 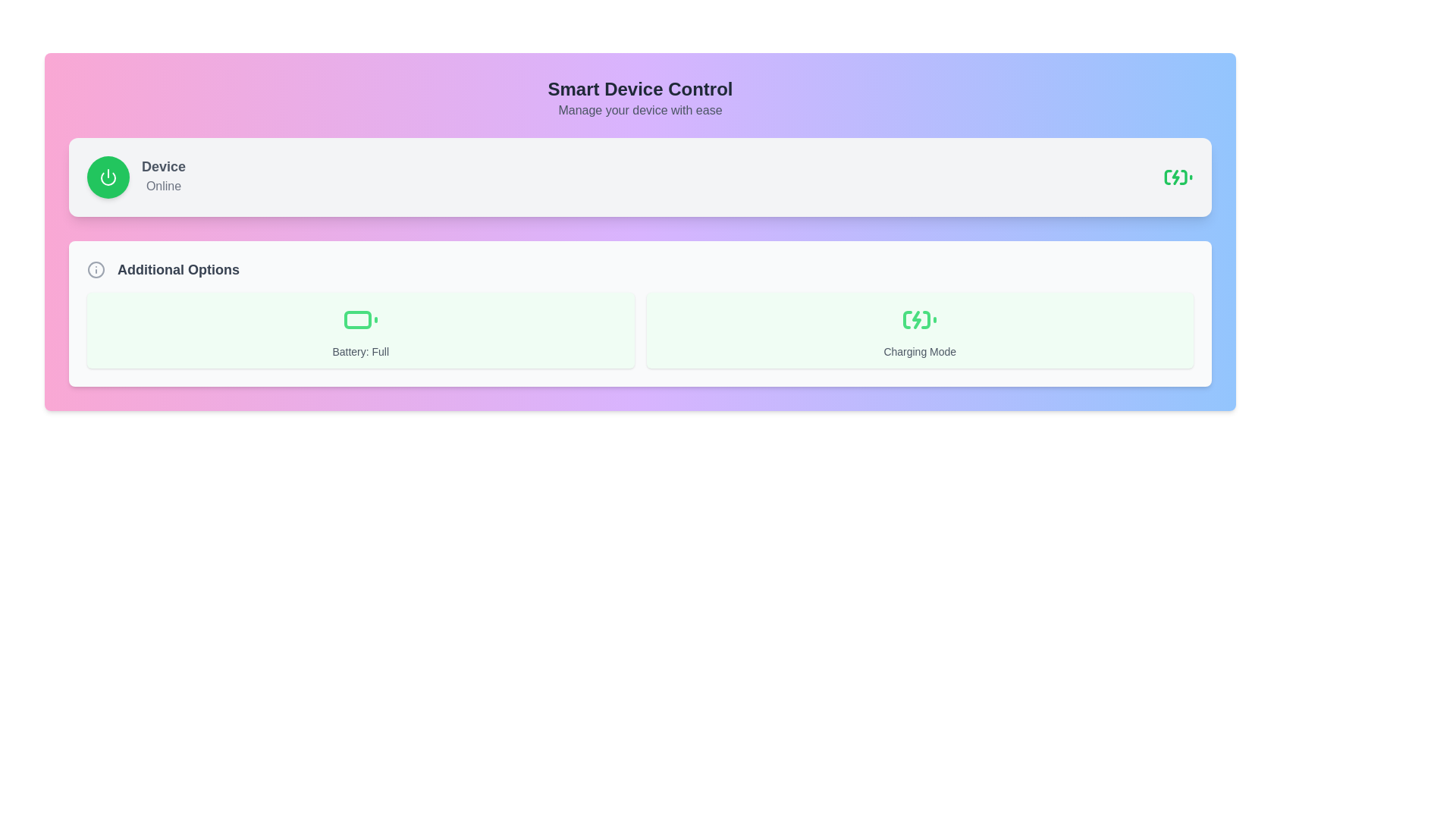 I want to click on the green stylized battery icon with a lightning bolt inside, located on the far right of the header section adjacent to the 'Online' text, so click(x=1178, y=177).